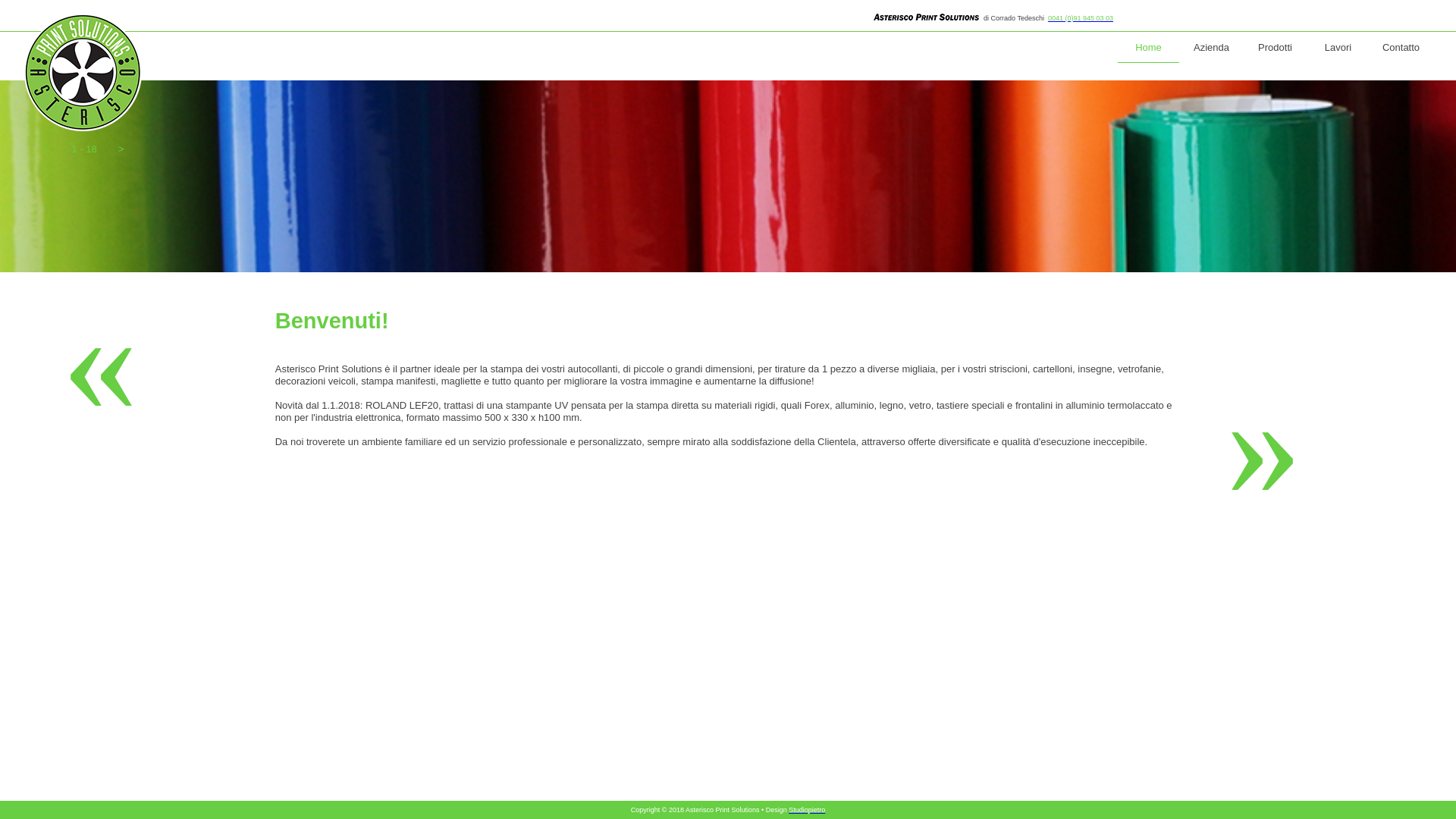 The image size is (1456, 819). I want to click on 'Lavori', so click(1338, 47).